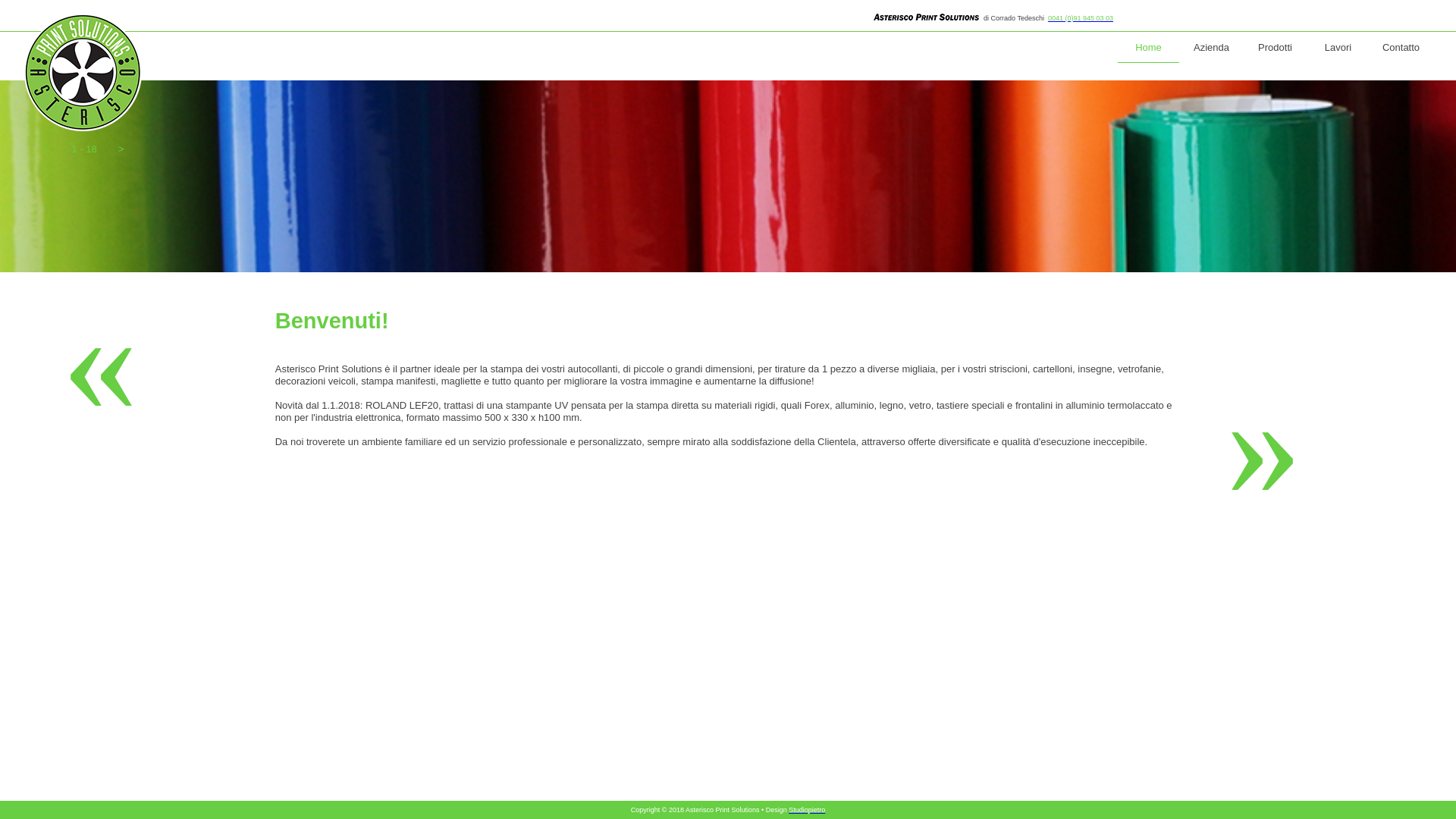 The image size is (1456, 819). I want to click on 'Lavori', so click(1338, 47).